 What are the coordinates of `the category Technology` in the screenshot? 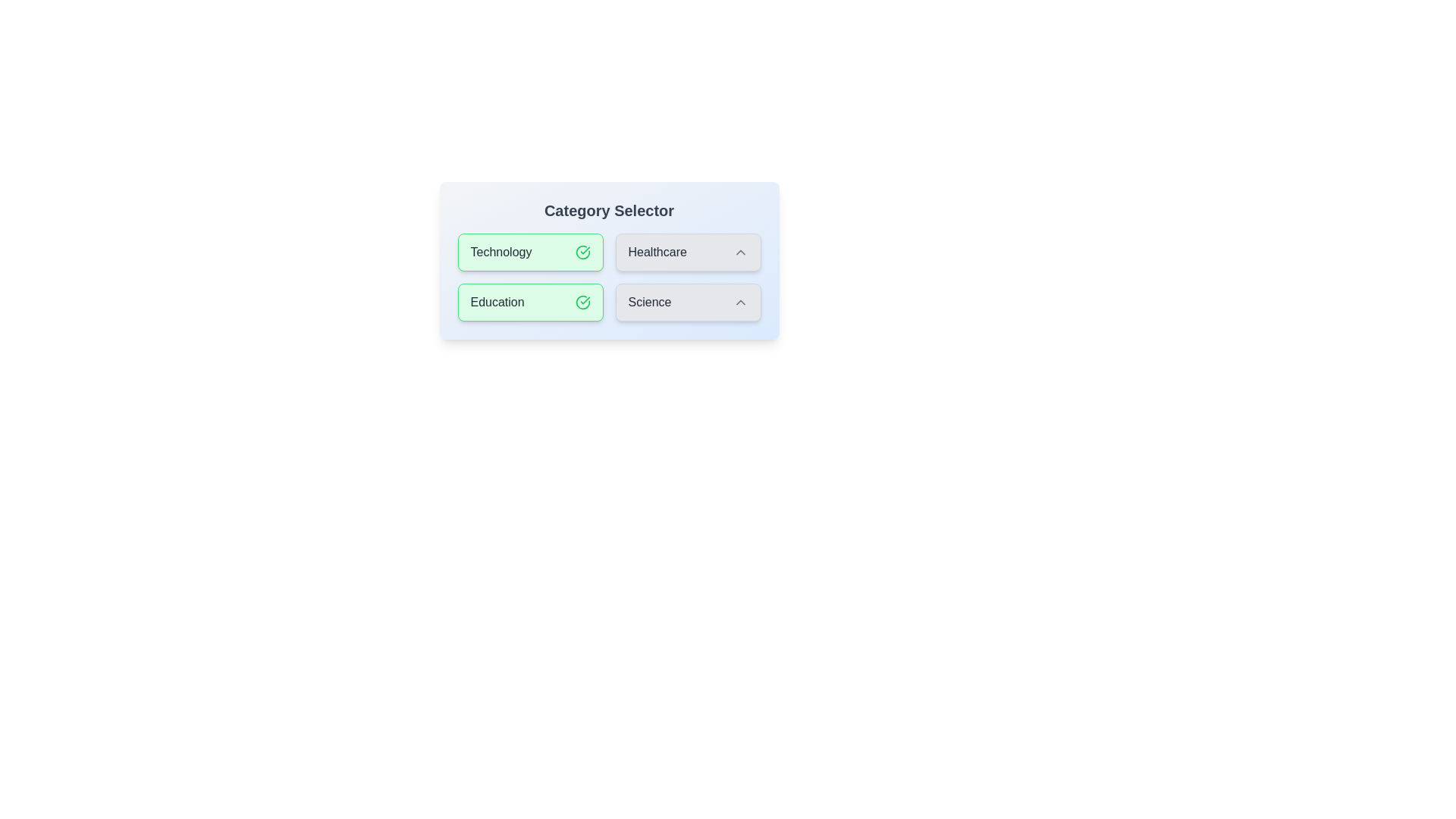 It's located at (530, 251).